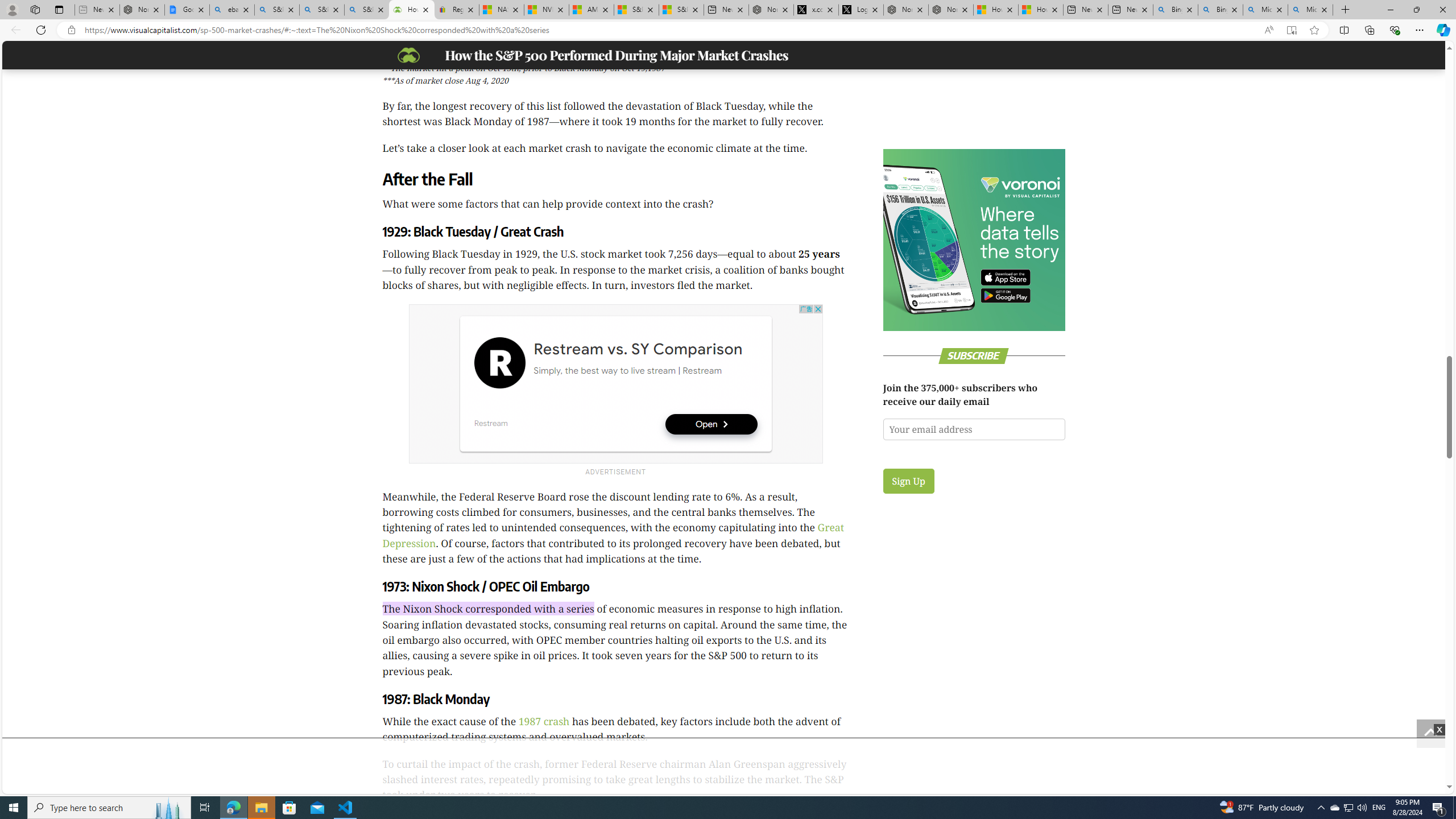  I want to click on 'S&P 500 - Search', so click(321, 9).